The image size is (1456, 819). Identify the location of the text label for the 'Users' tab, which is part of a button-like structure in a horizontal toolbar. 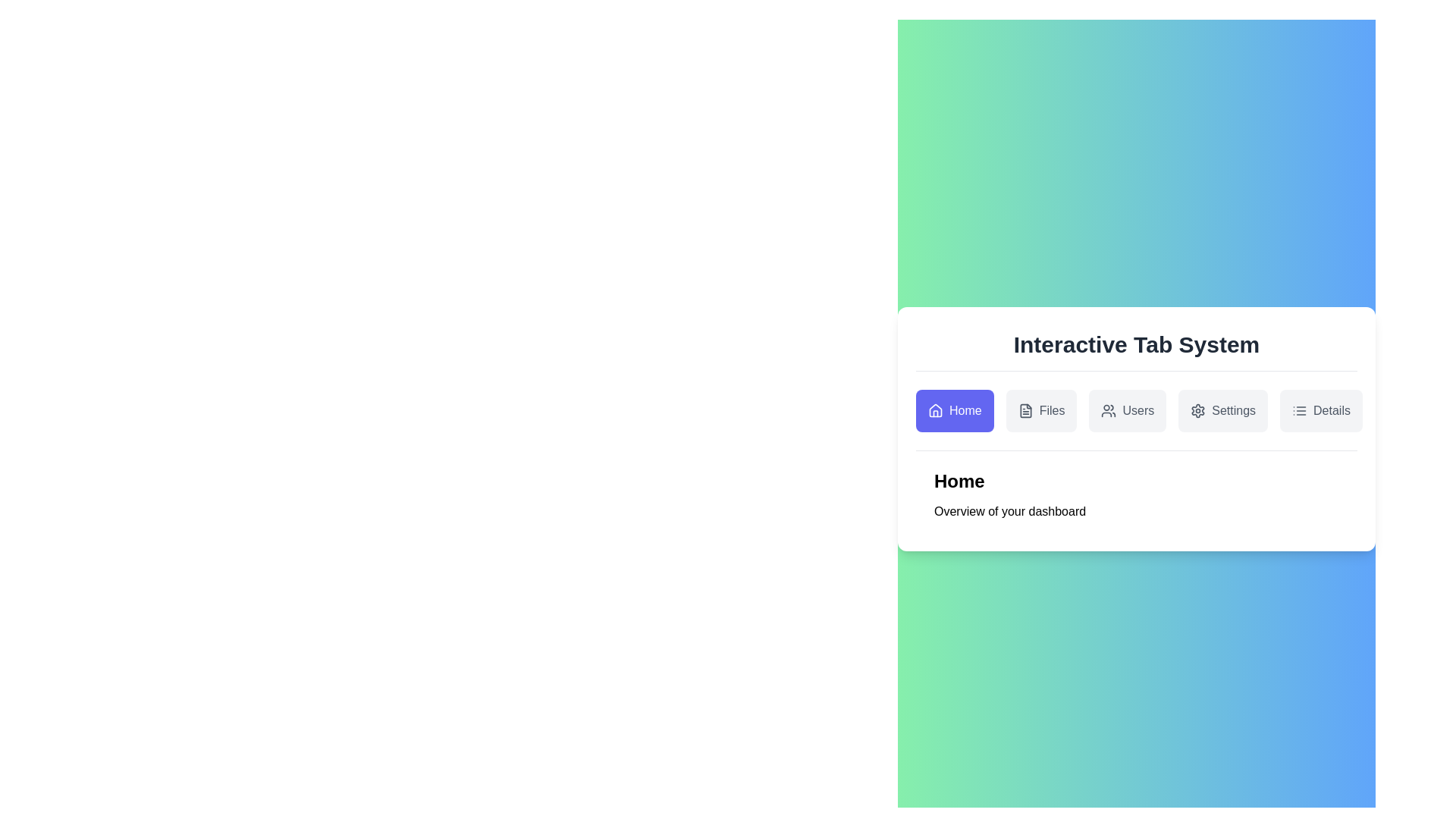
(1138, 411).